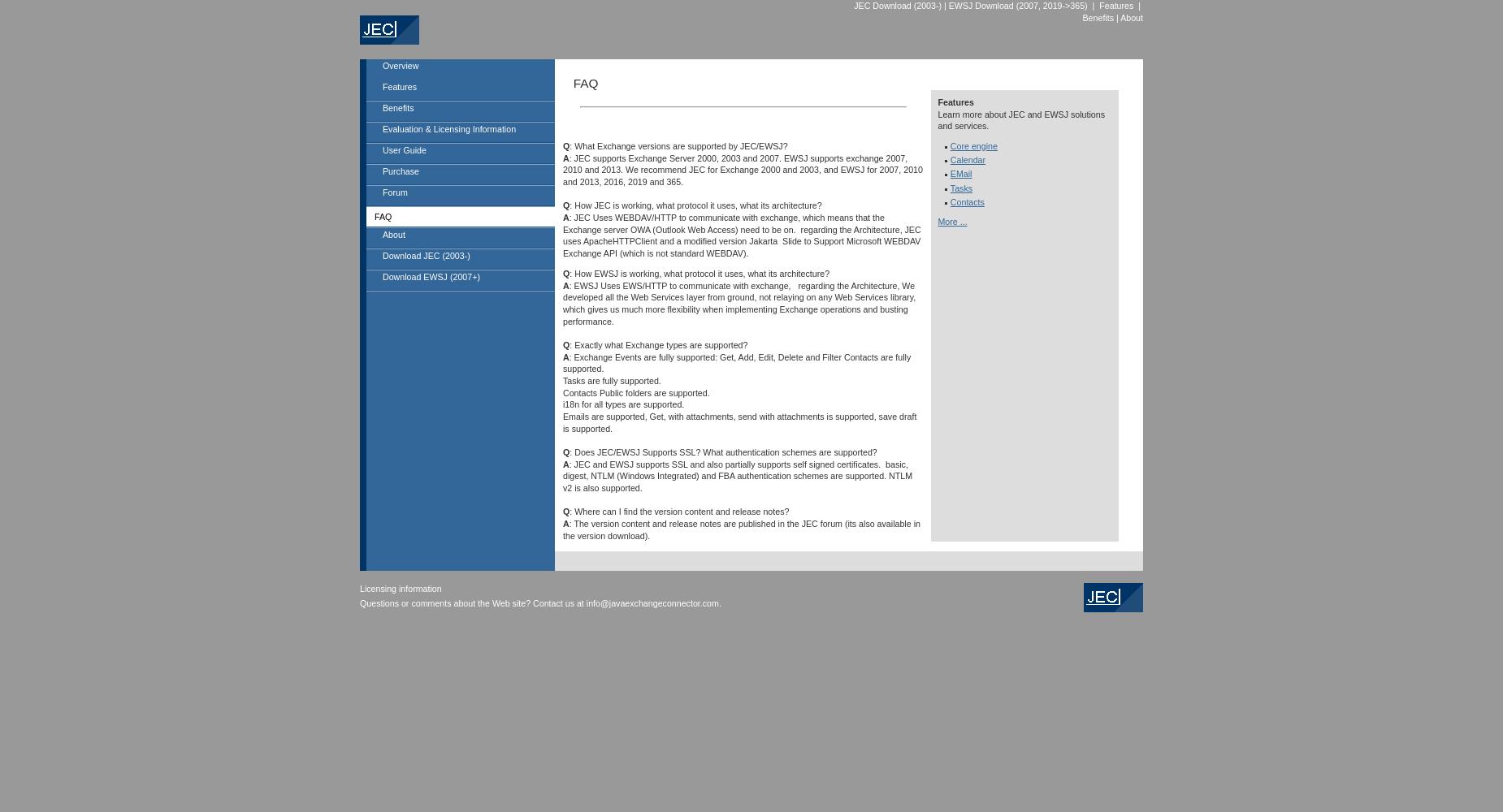  I want to click on ': How JEC is working, what protocol it uses, 
                            what its architecture?', so click(695, 205).